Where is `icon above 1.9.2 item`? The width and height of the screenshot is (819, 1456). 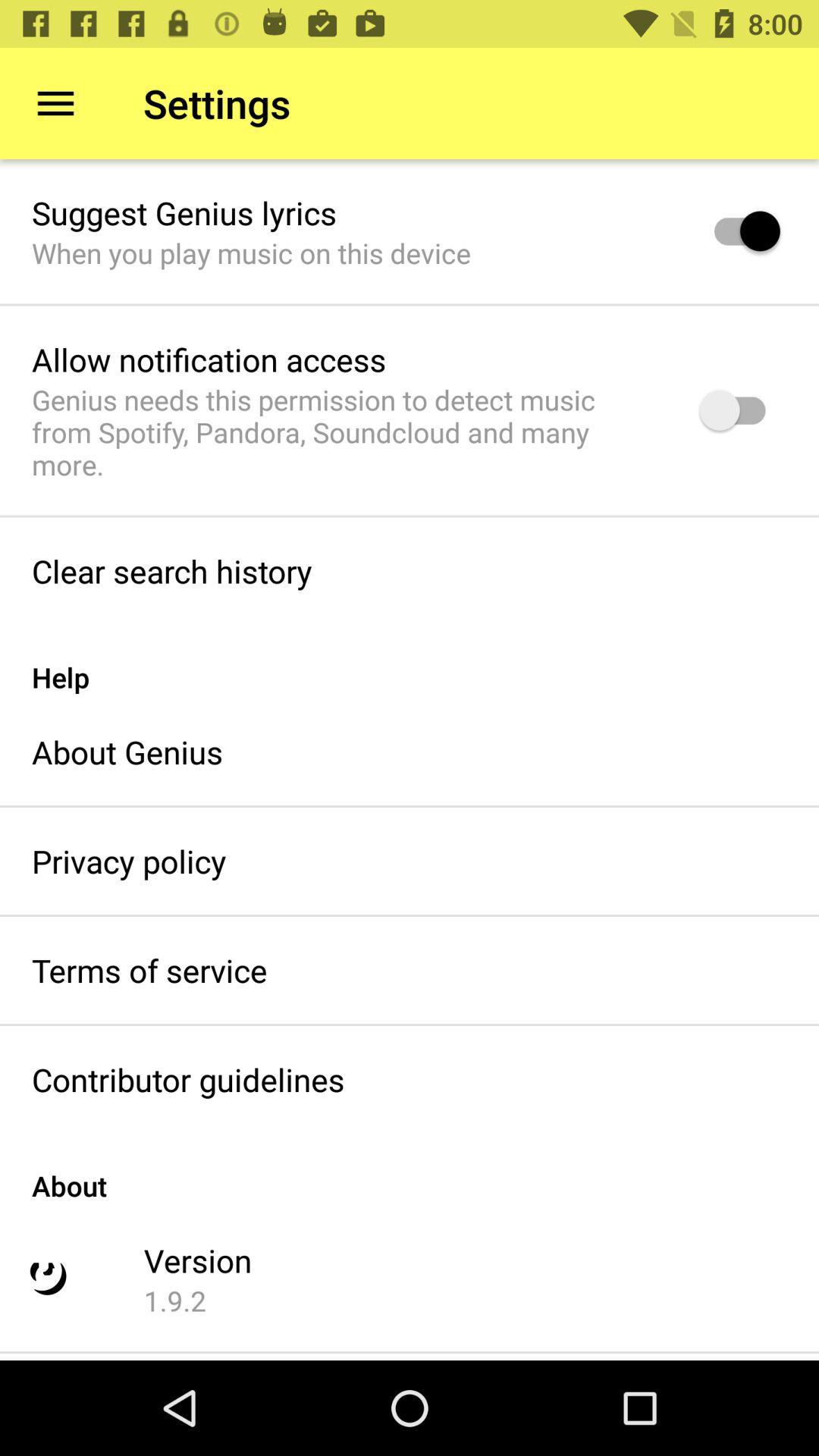
icon above 1.9.2 item is located at coordinates (197, 1260).